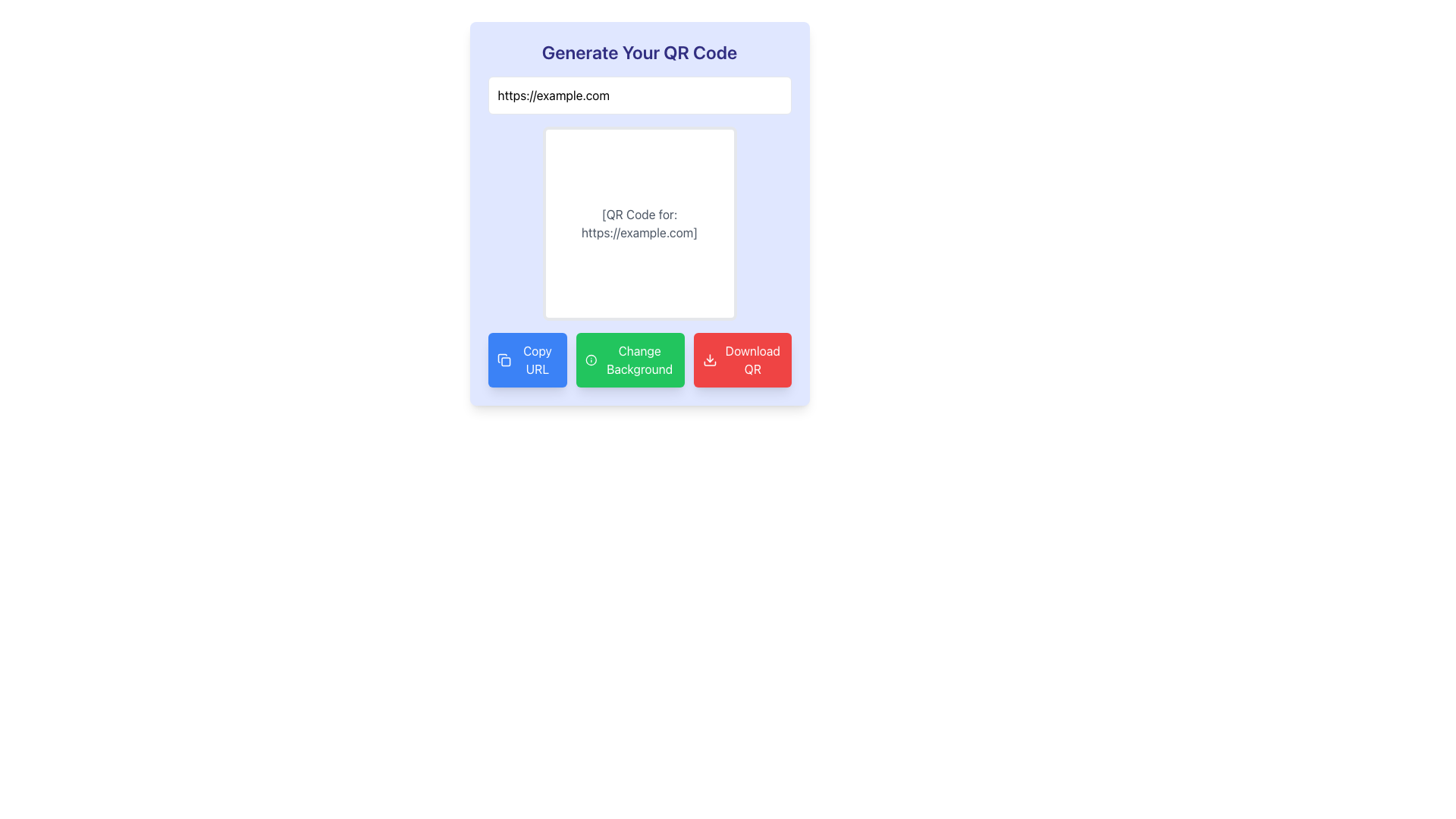  What do you see at coordinates (591, 359) in the screenshot?
I see `the decorative icon inside the 'Change Background' button, which enhances its visual appearance` at bounding box center [591, 359].